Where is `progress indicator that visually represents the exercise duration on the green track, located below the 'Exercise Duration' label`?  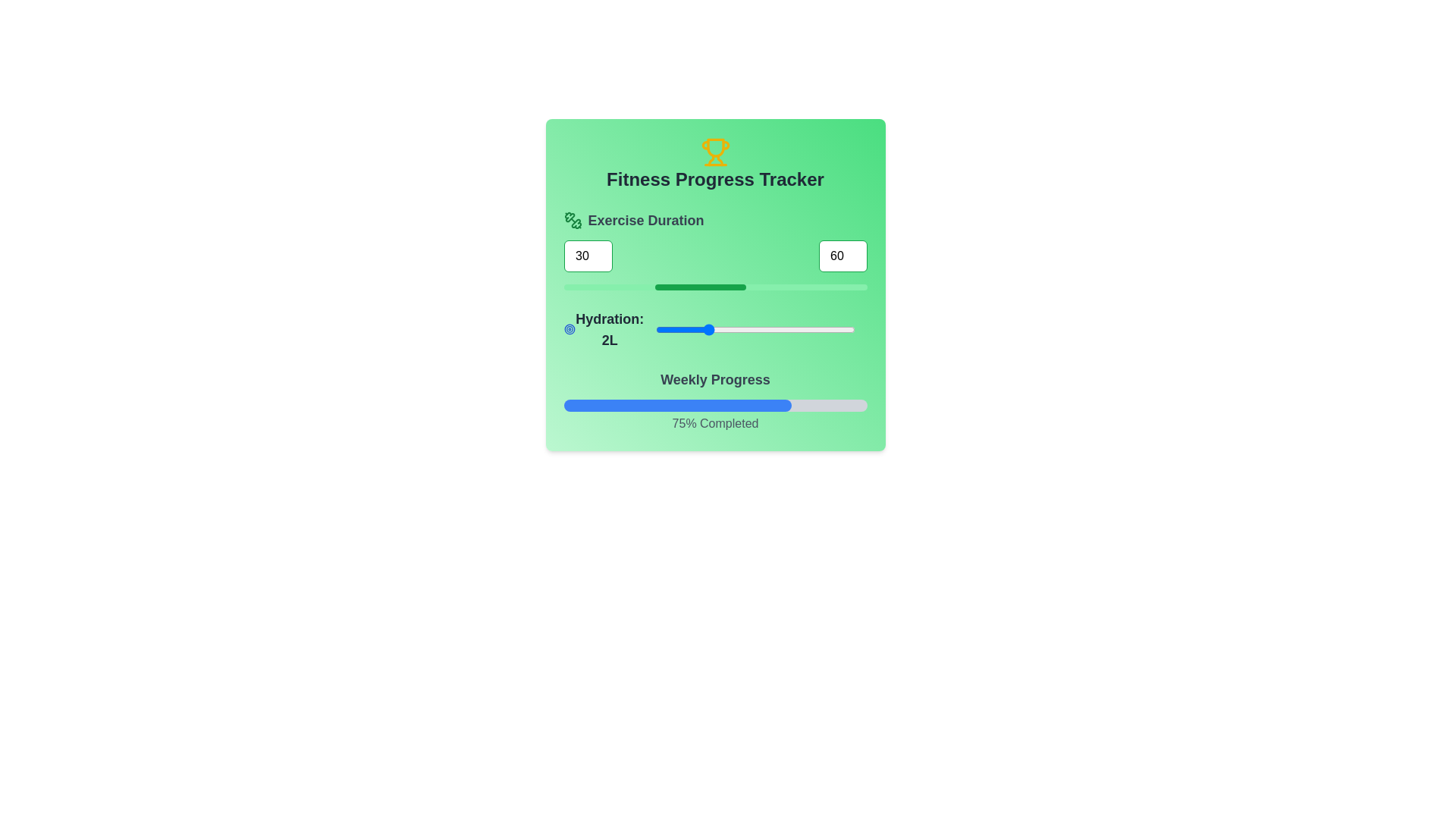
progress indicator that visually represents the exercise duration on the green track, located below the 'Exercise Duration' label is located at coordinates (699, 287).